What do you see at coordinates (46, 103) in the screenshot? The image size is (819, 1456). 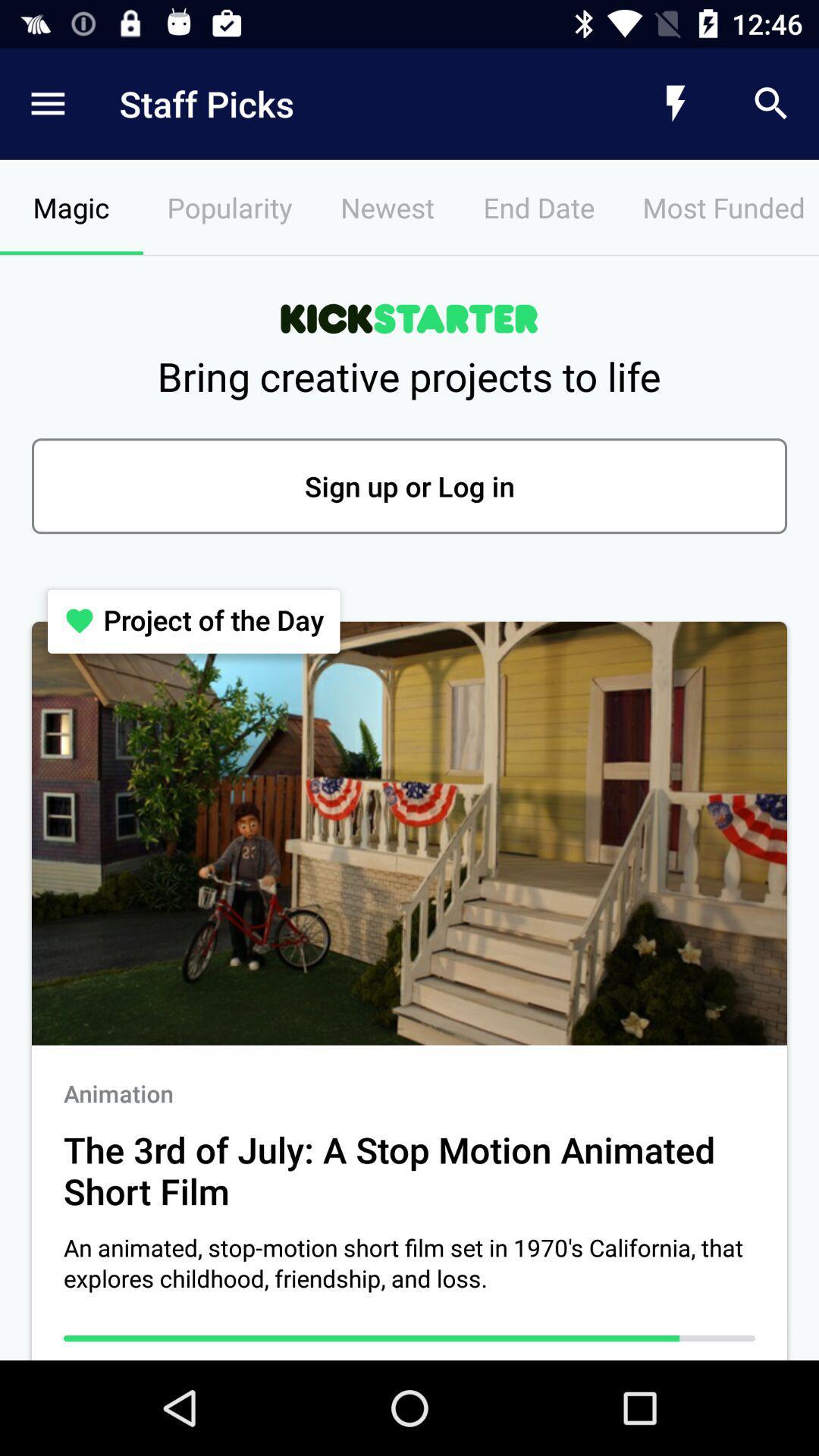 I see `item next to staff picks item` at bounding box center [46, 103].